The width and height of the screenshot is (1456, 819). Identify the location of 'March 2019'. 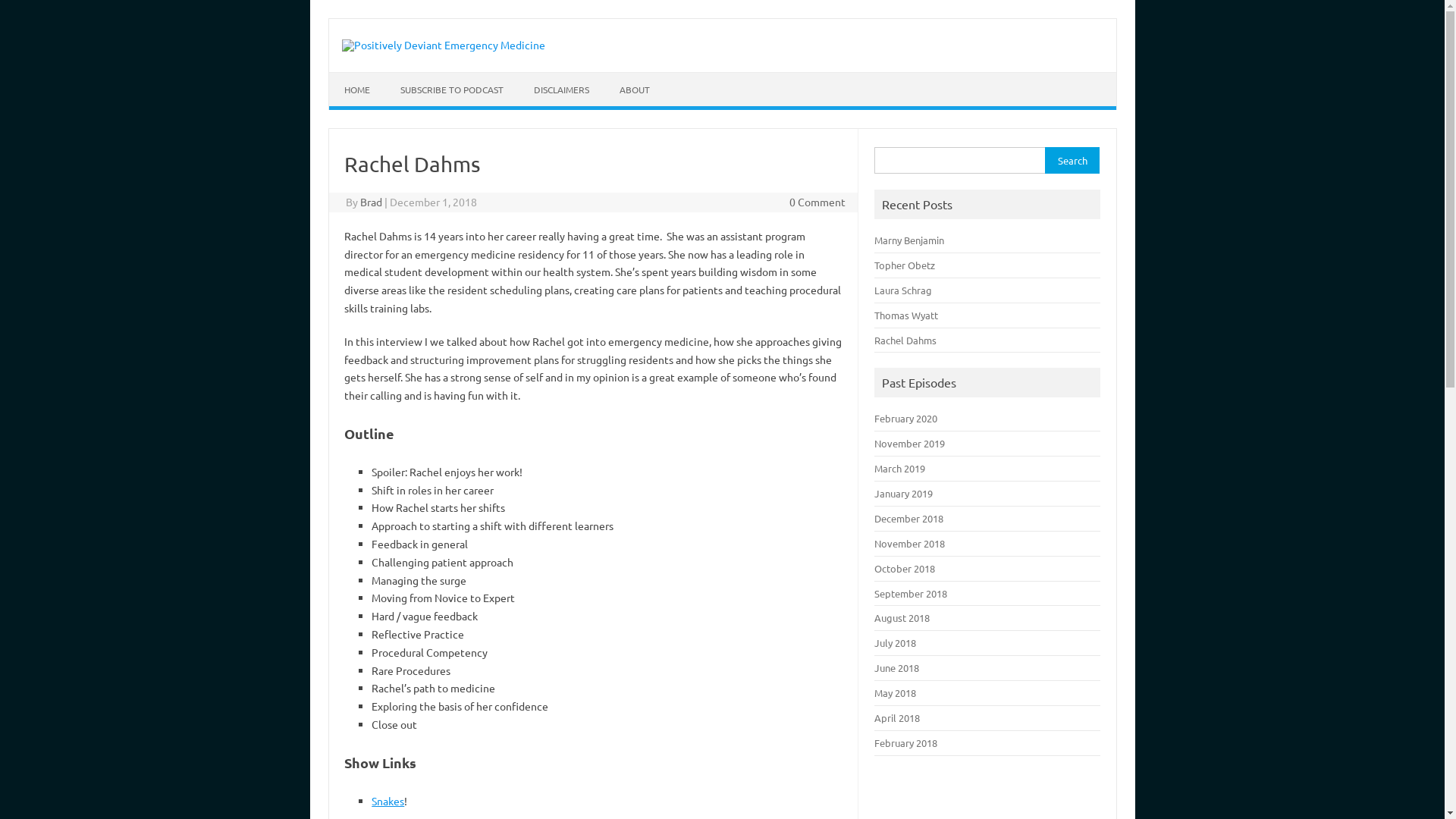
(899, 467).